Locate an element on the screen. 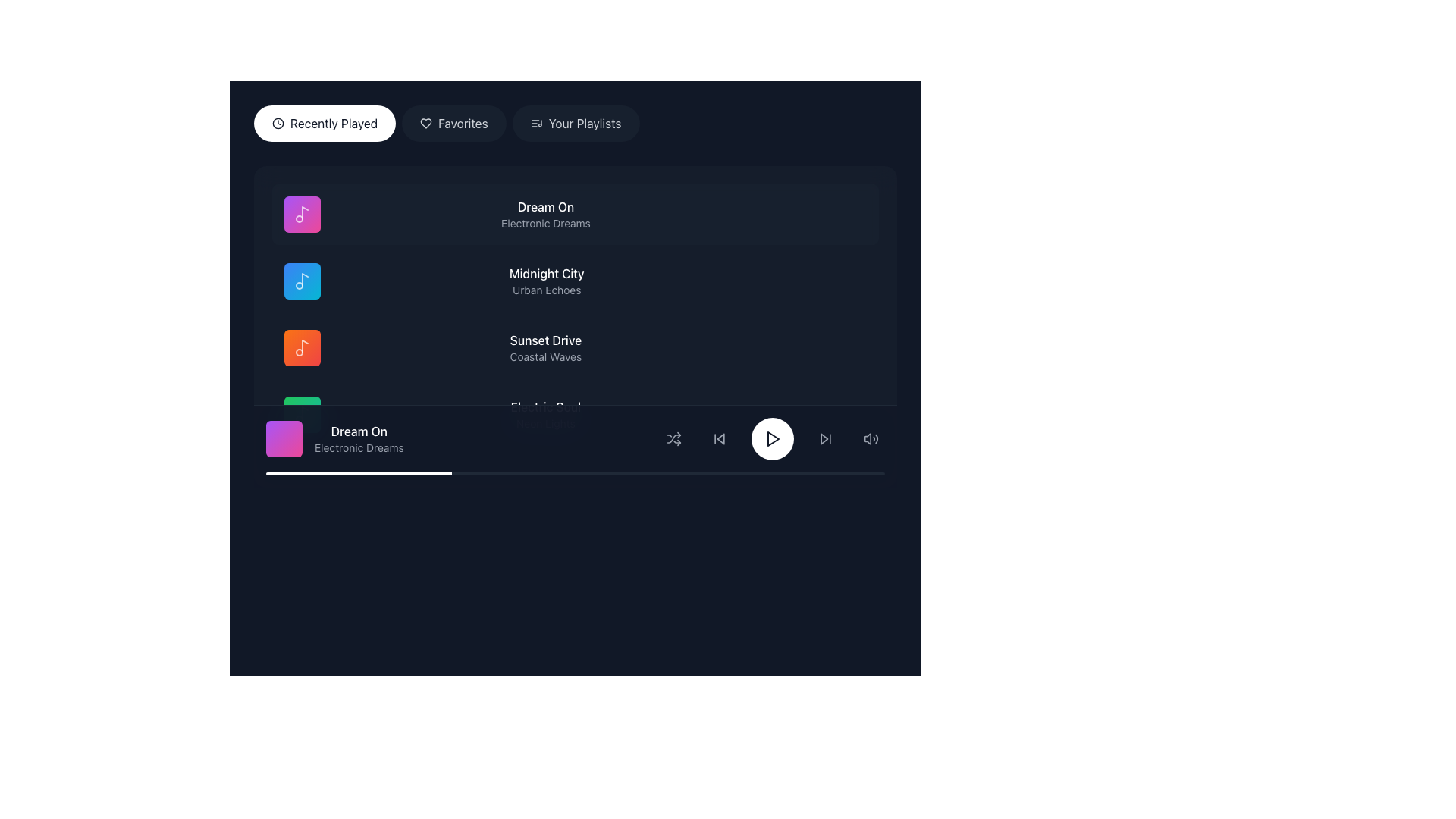 The image size is (1456, 819). the text block displaying 'Sunset Drive' and 'Coastal Waves' is located at coordinates (546, 348).